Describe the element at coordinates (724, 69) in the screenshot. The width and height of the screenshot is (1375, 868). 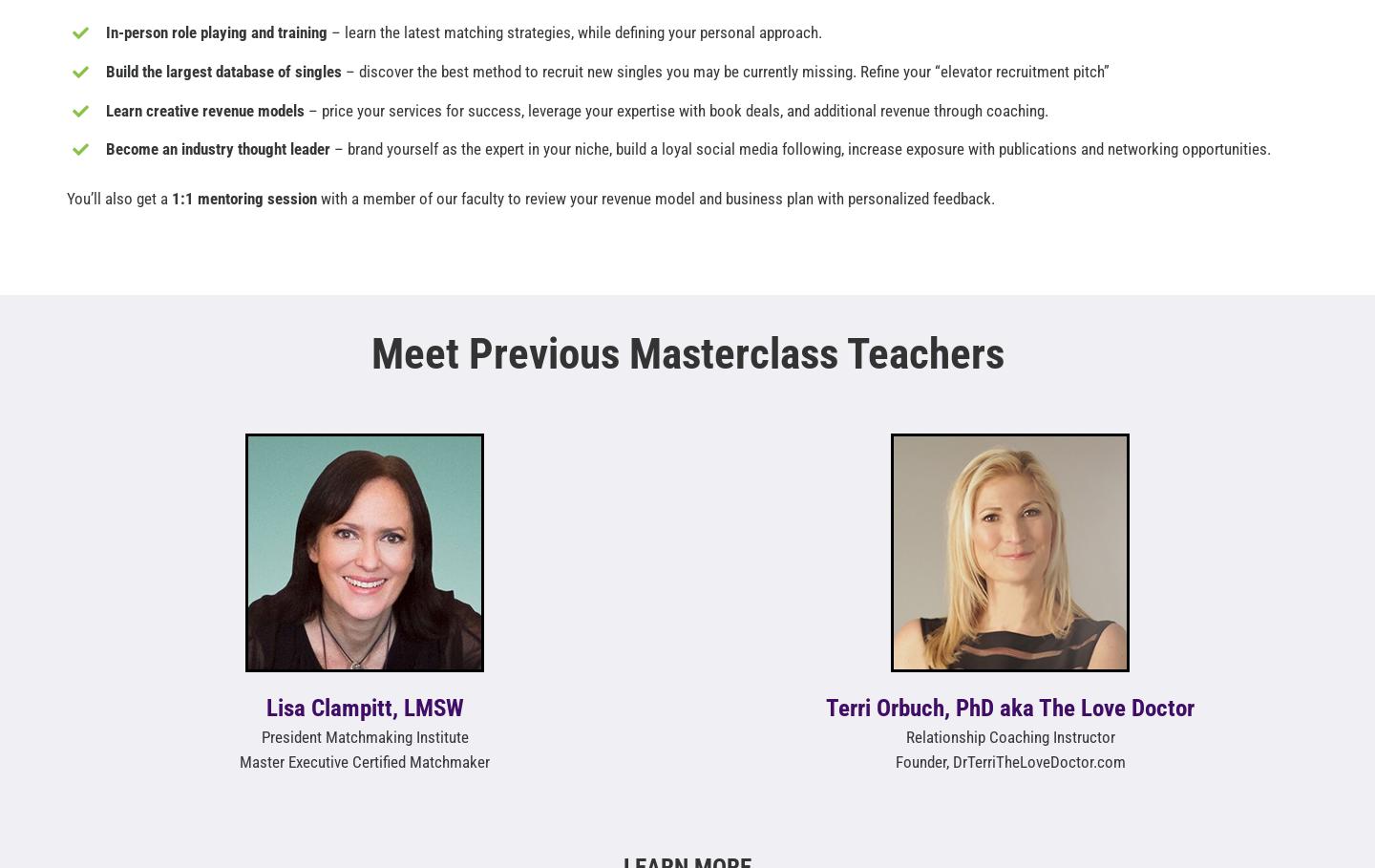
I see `'– discover the best method to recruit new singles you may be currently missing. Refine your “elevator recruitment pitch”'` at that location.